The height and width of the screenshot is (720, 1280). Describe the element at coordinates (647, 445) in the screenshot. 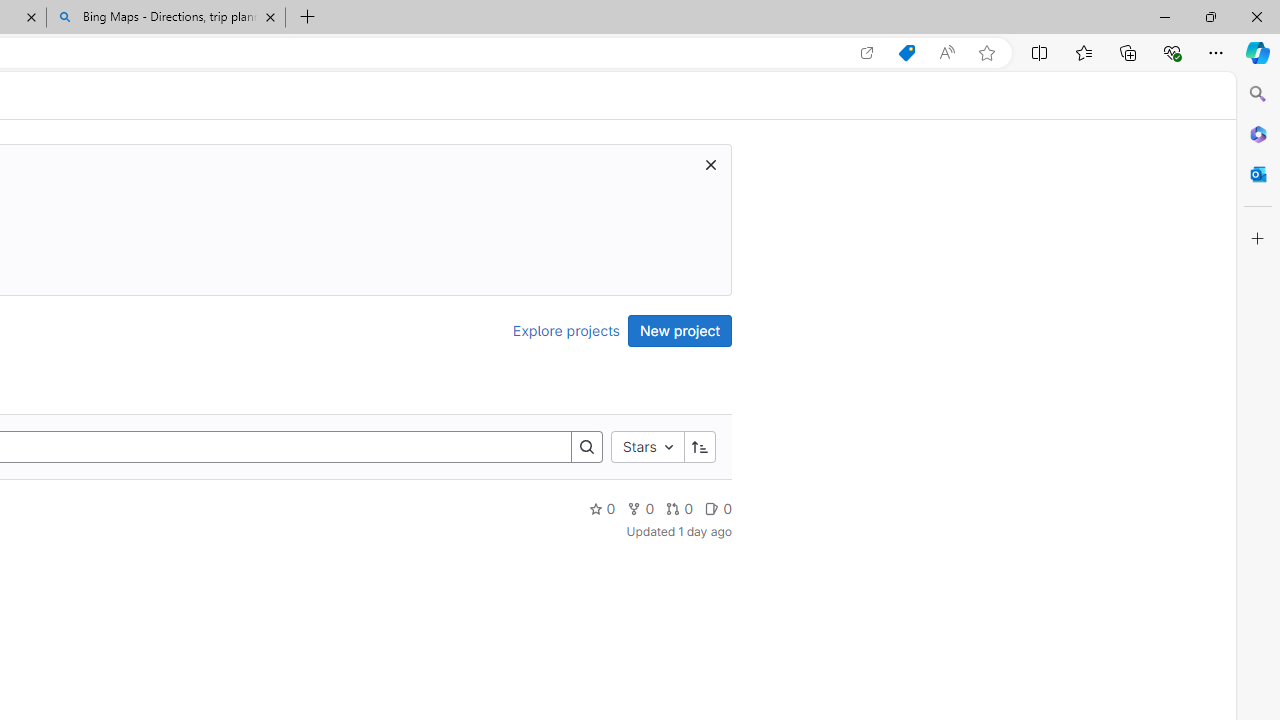

I see `'Stars'` at that location.